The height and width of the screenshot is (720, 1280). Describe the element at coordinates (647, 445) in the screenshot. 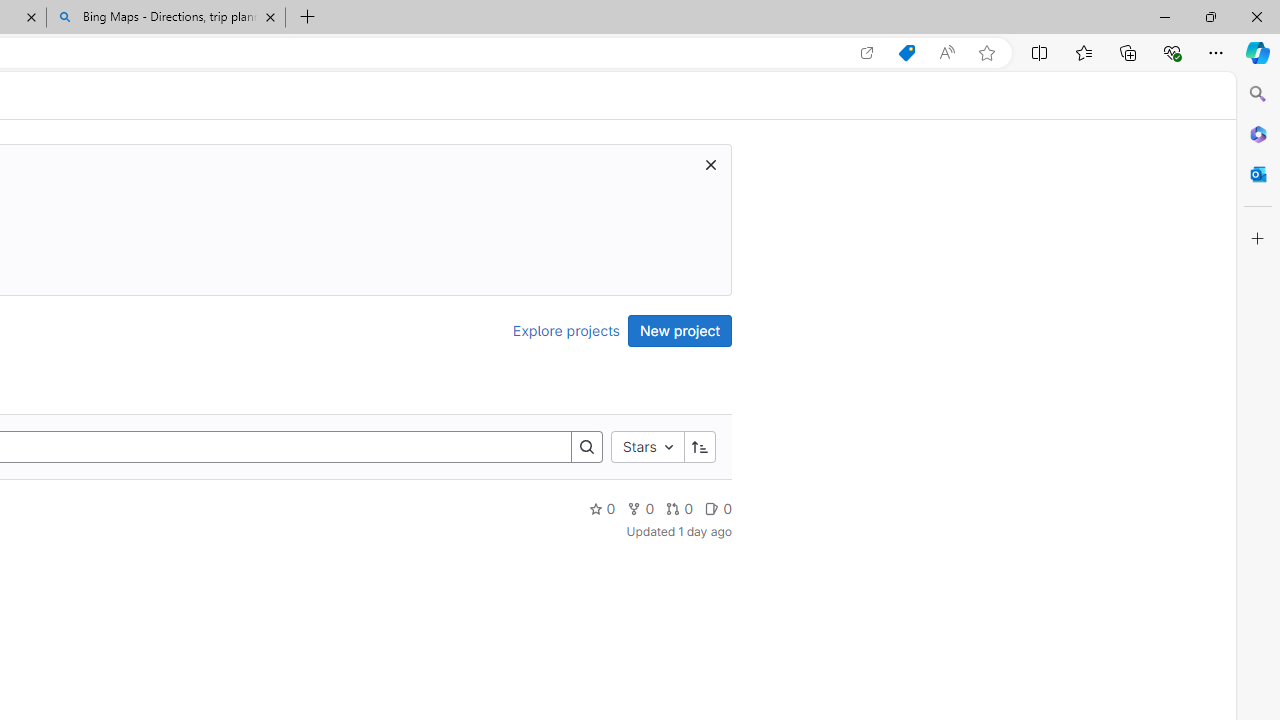

I see `'Stars'` at that location.